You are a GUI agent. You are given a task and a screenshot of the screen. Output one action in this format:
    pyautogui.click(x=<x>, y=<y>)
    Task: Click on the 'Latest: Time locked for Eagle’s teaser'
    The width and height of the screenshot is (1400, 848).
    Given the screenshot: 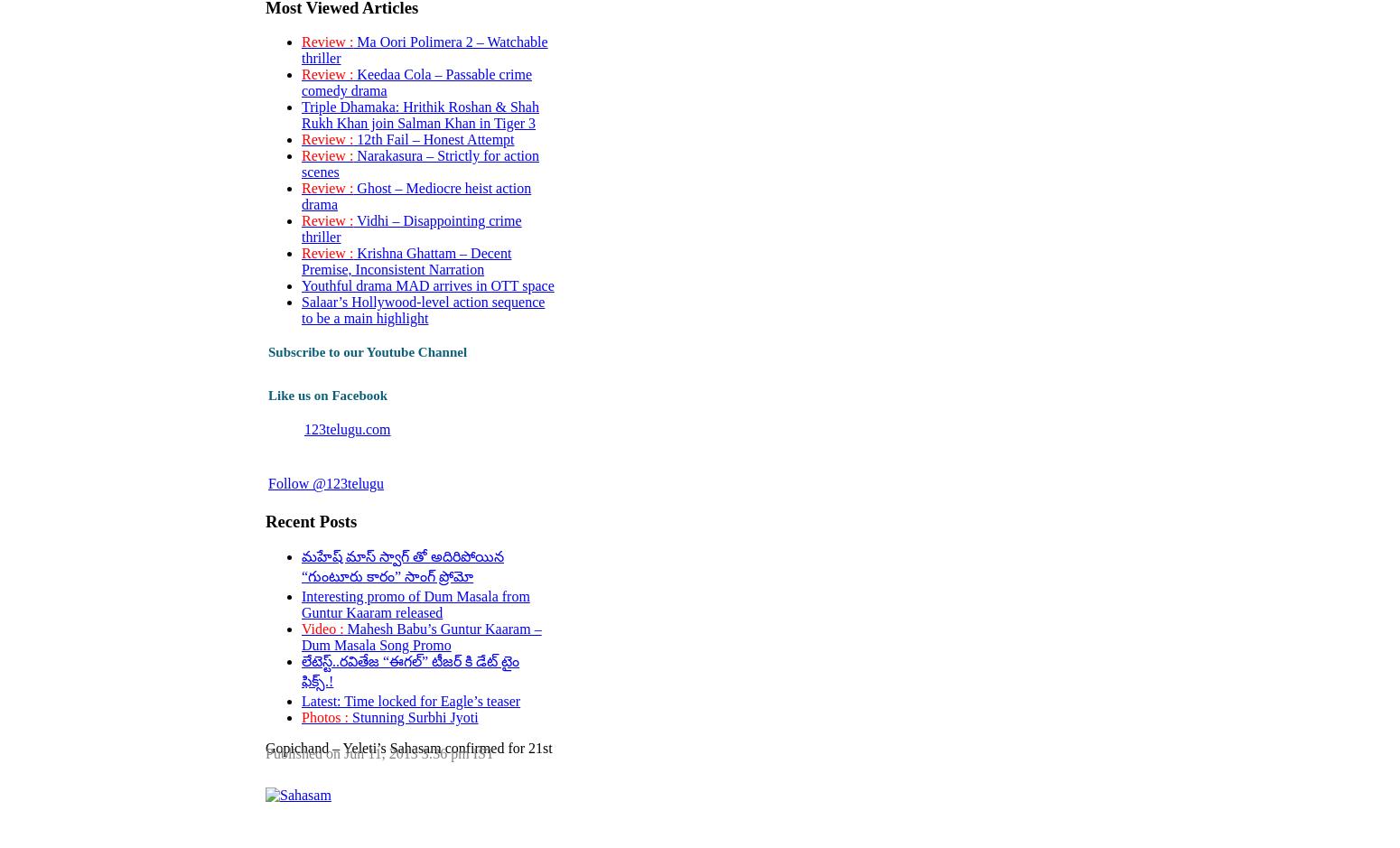 What is the action you would take?
    pyautogui.click(x=410, y=699)
    